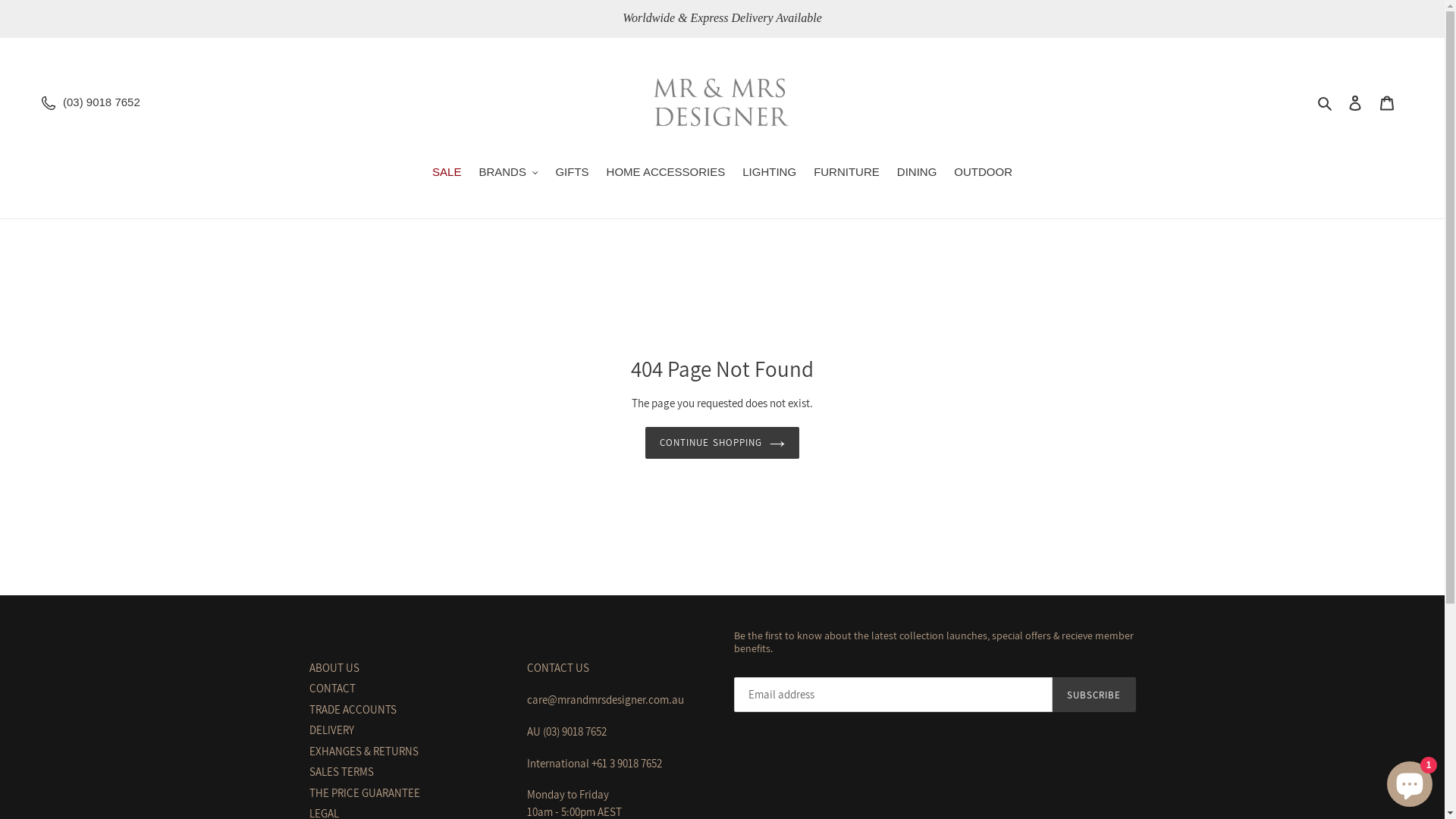 The image size is (1456, 819). What do you see at coordinates (1408, 780) in the screenshot?
I see `'Shopify online store chat'` at bounding box center [1408, 780].